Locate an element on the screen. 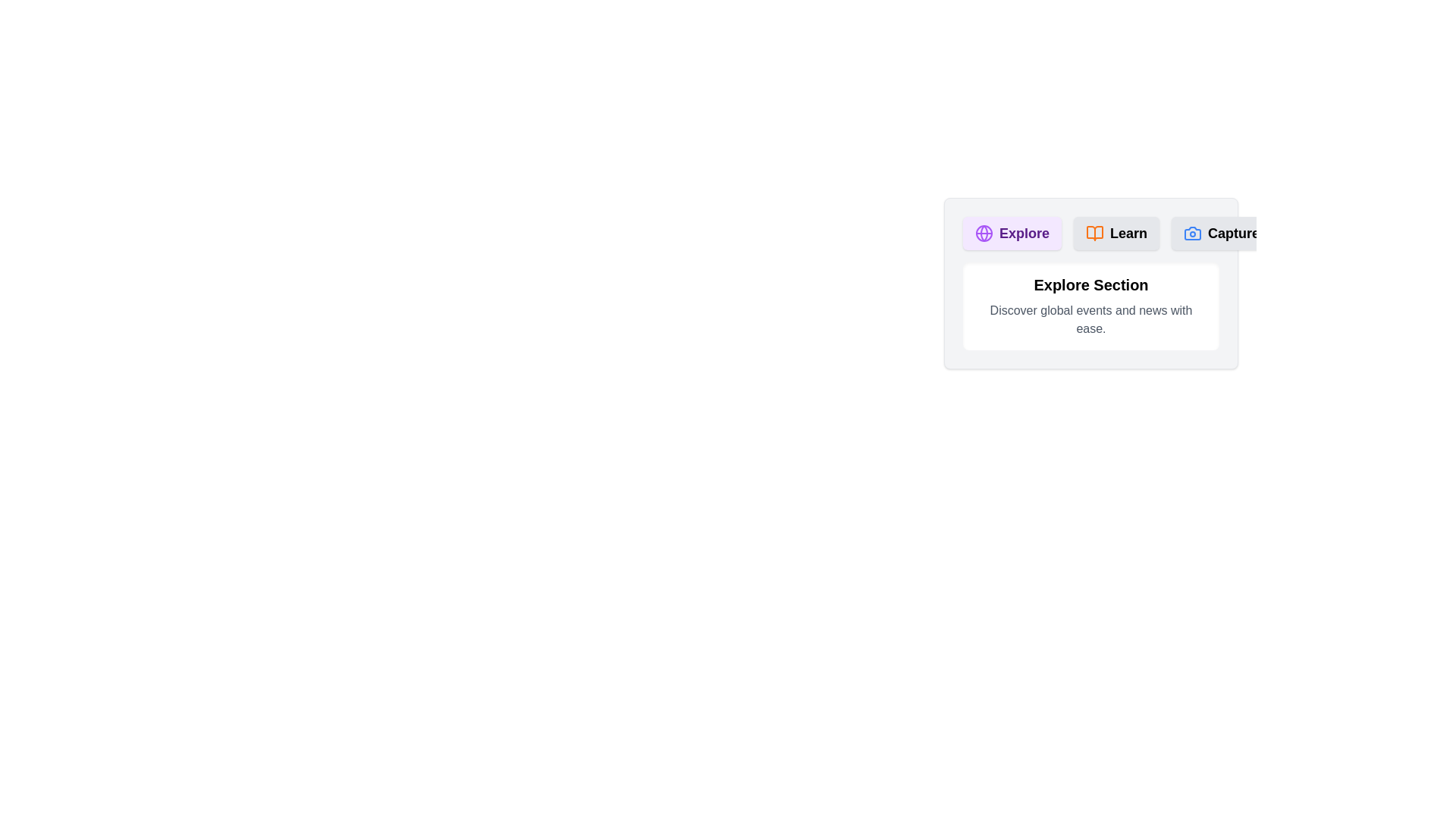  the Explore tab to view its content is located at coordinates (1012, 234).